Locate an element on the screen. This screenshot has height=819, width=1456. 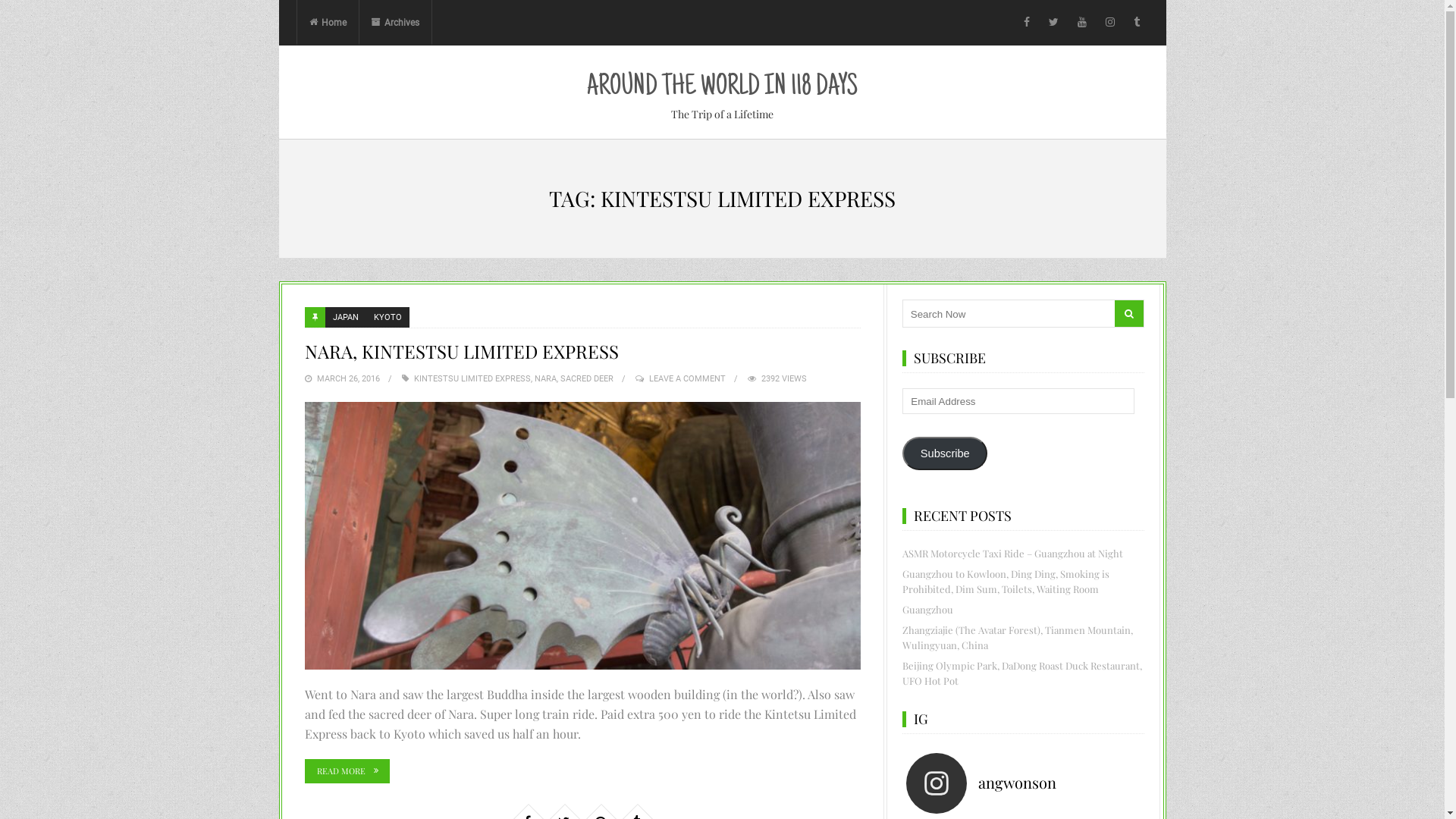
'READ MORE' is located at coordinates (346, 771).